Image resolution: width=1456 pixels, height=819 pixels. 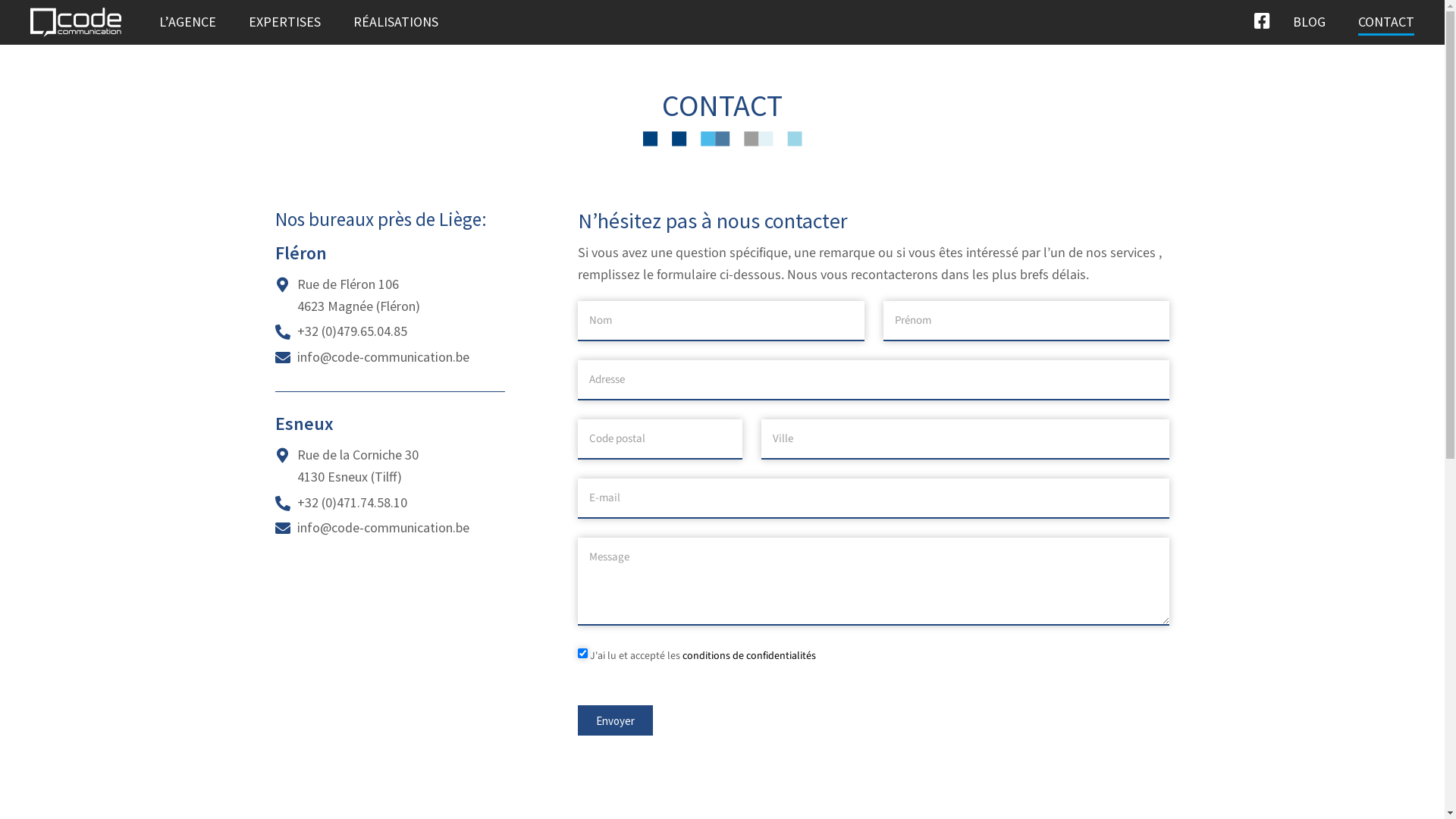 I want to click on '+32 (0)479.65.04.85', so click(x=351, y=330).